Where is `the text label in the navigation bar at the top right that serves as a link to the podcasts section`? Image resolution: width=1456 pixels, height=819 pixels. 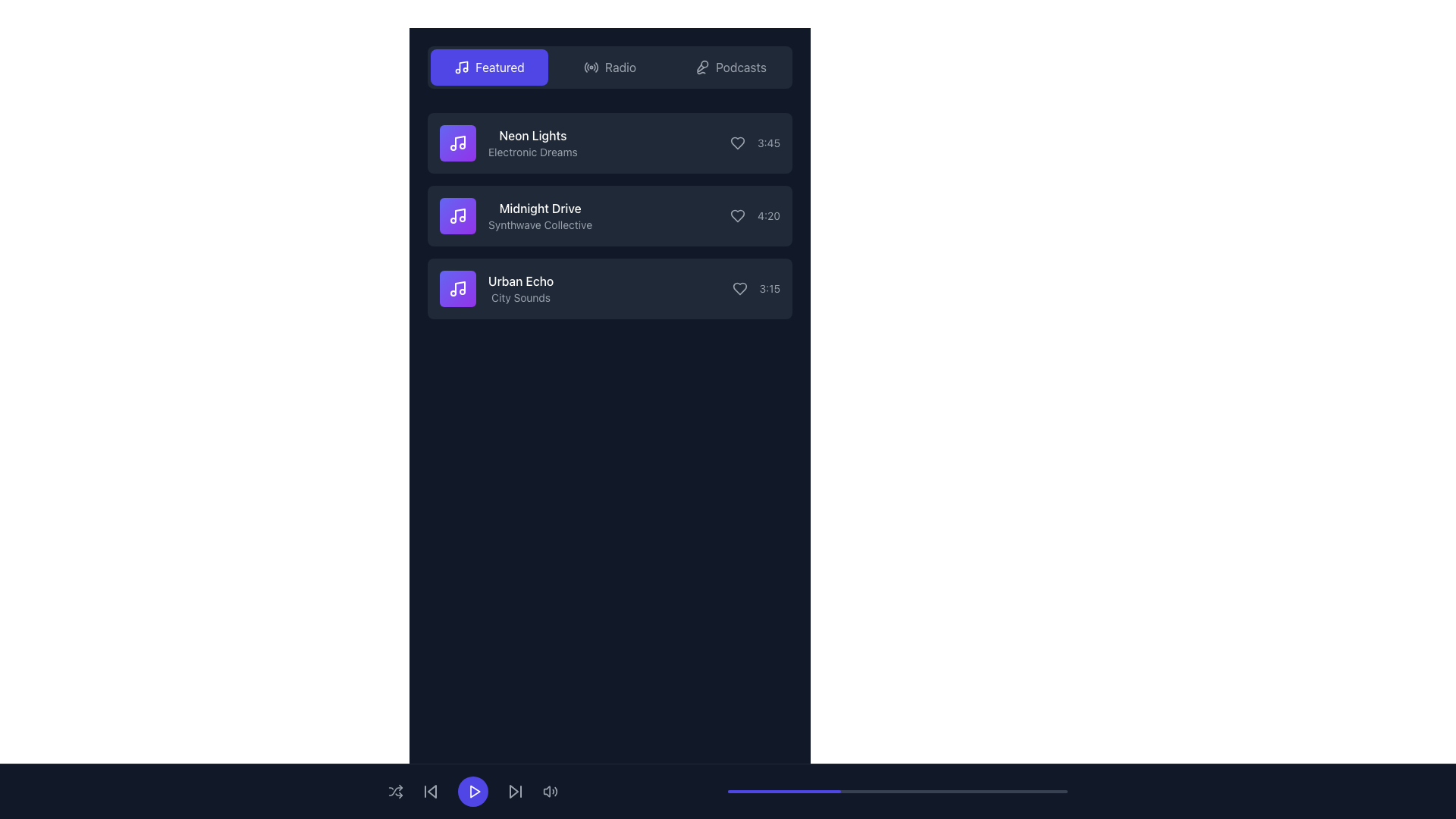 the text label in the navigation bar at the top right that serves as a link to the podcasts section is located at coordinates (741, 66).